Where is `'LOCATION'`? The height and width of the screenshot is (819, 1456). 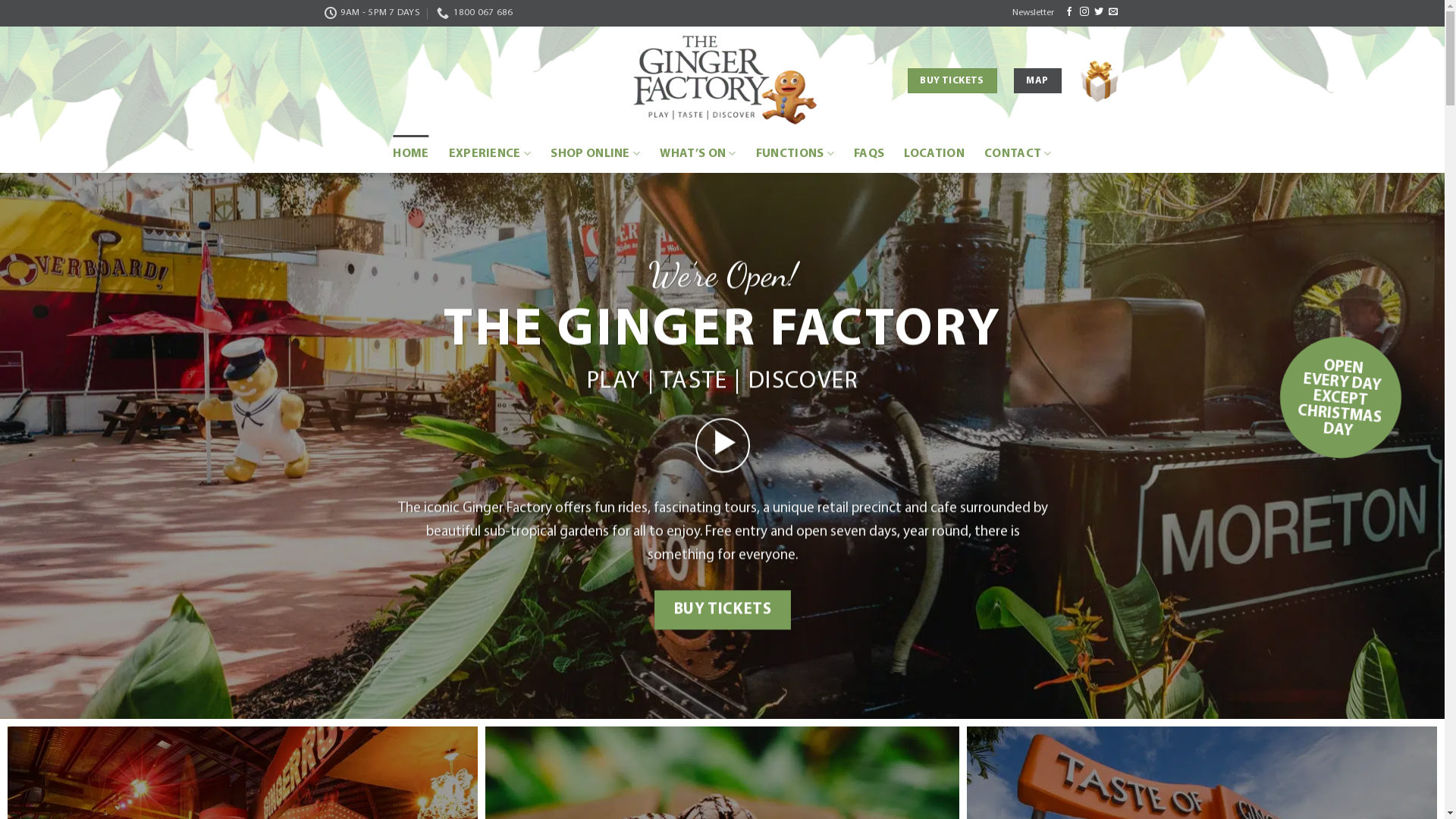 'LOCATION' is located at coordinates (934, 154).